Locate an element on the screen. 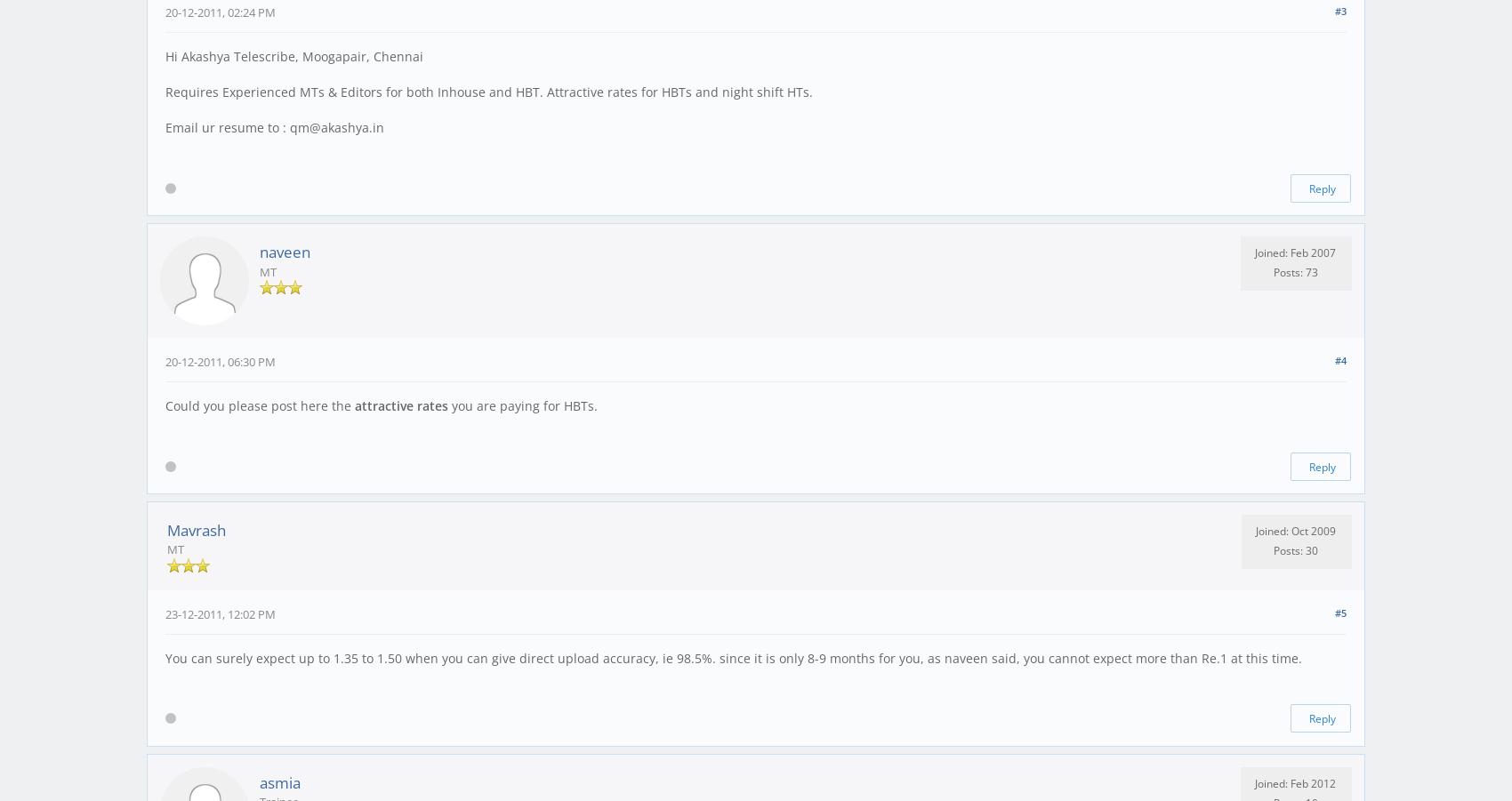  '20-12-2011, 06:30 PM' is located at coordinates (164, 360).